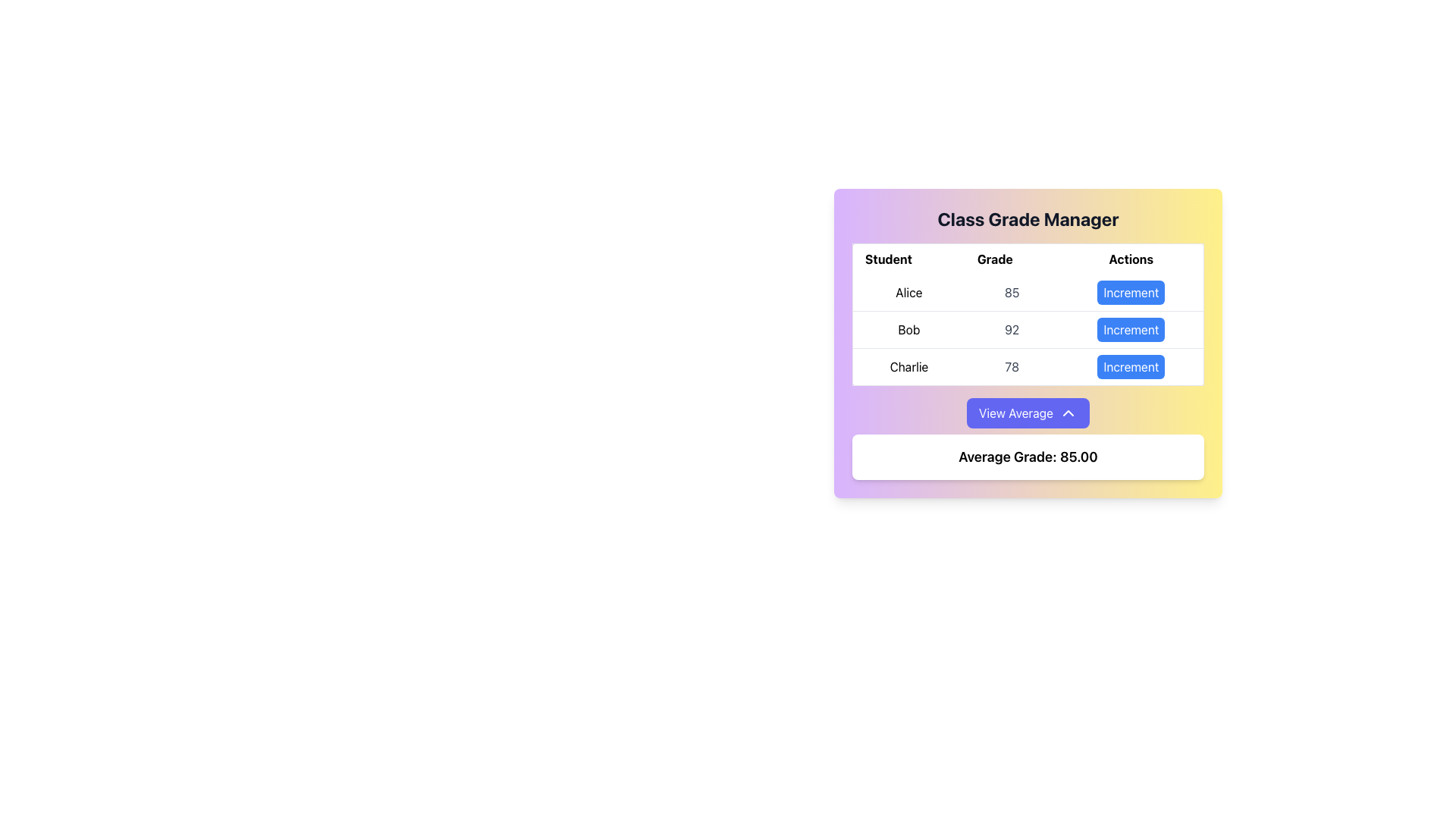 The height and width of the screenshot is (819, 1456). What do you see at coordinates (908, 366) in the screenshot?
I see `the text label displaying the name 'Charlie' in the third row of the grade management table under the 'Student' column` at bounding box center [908, 366].